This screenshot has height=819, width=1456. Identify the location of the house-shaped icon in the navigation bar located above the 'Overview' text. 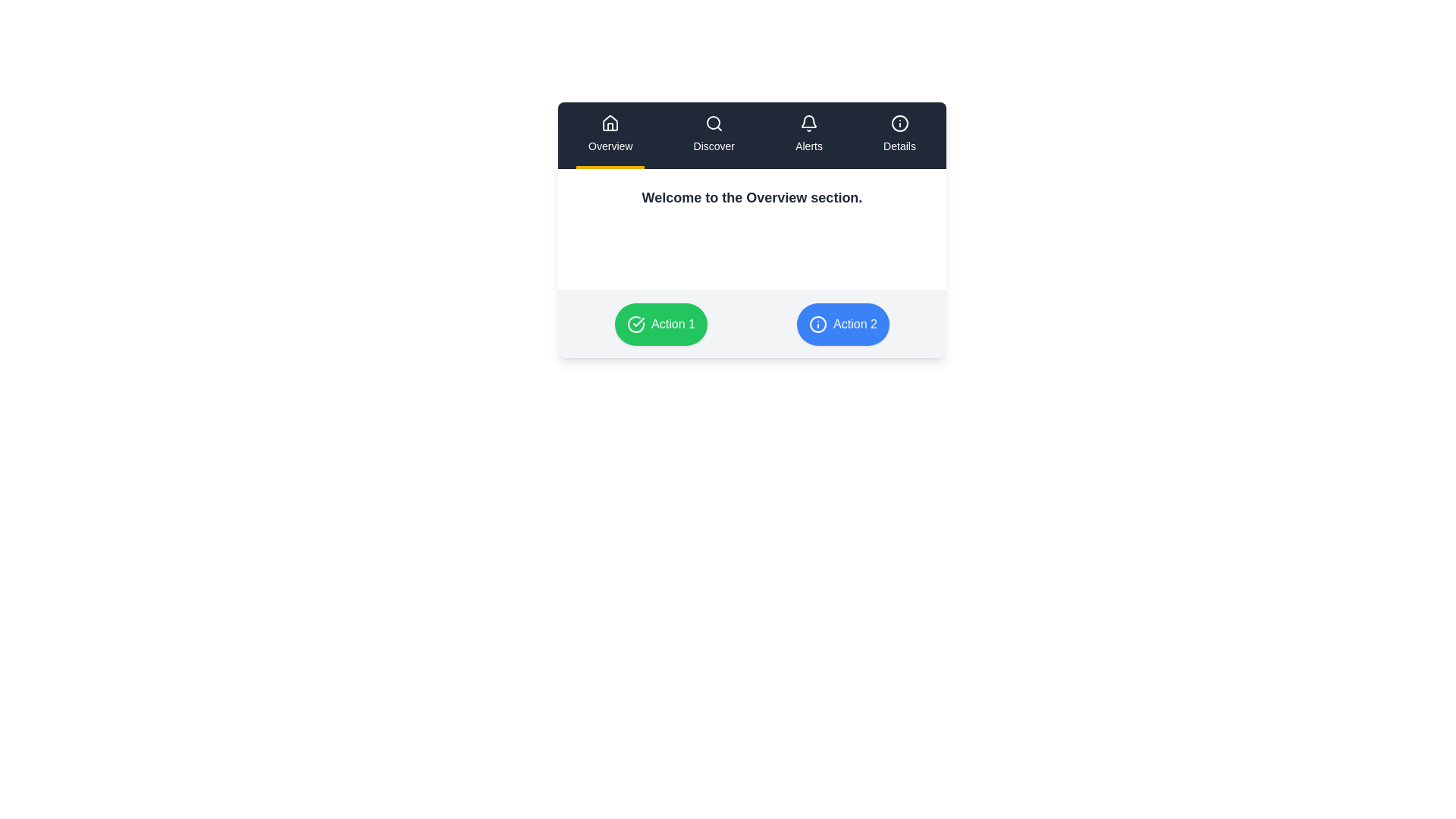
(610, 122).